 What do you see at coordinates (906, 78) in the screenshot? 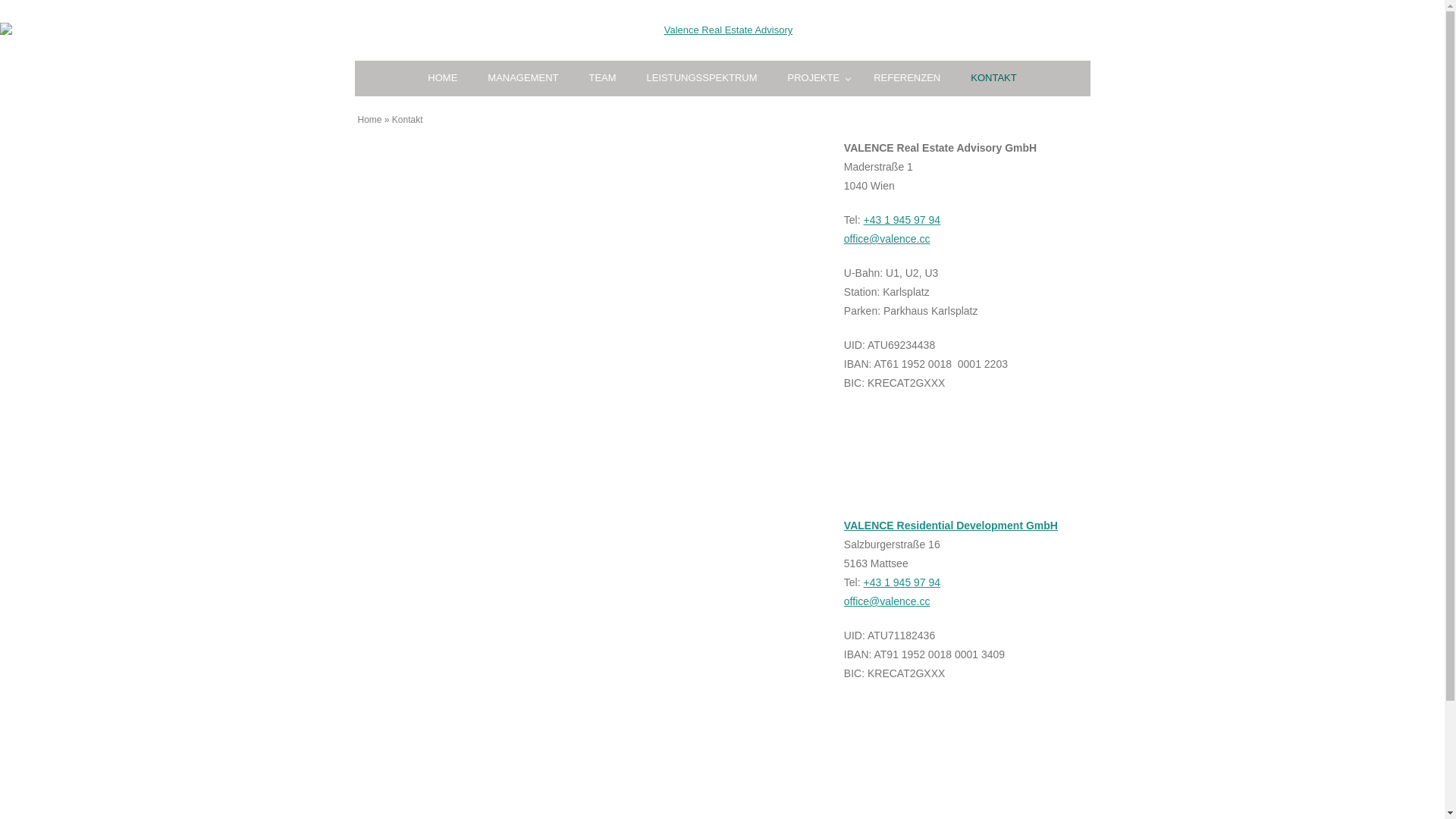
I see `'REFERENZEN'` at bounding box center [906, 78].